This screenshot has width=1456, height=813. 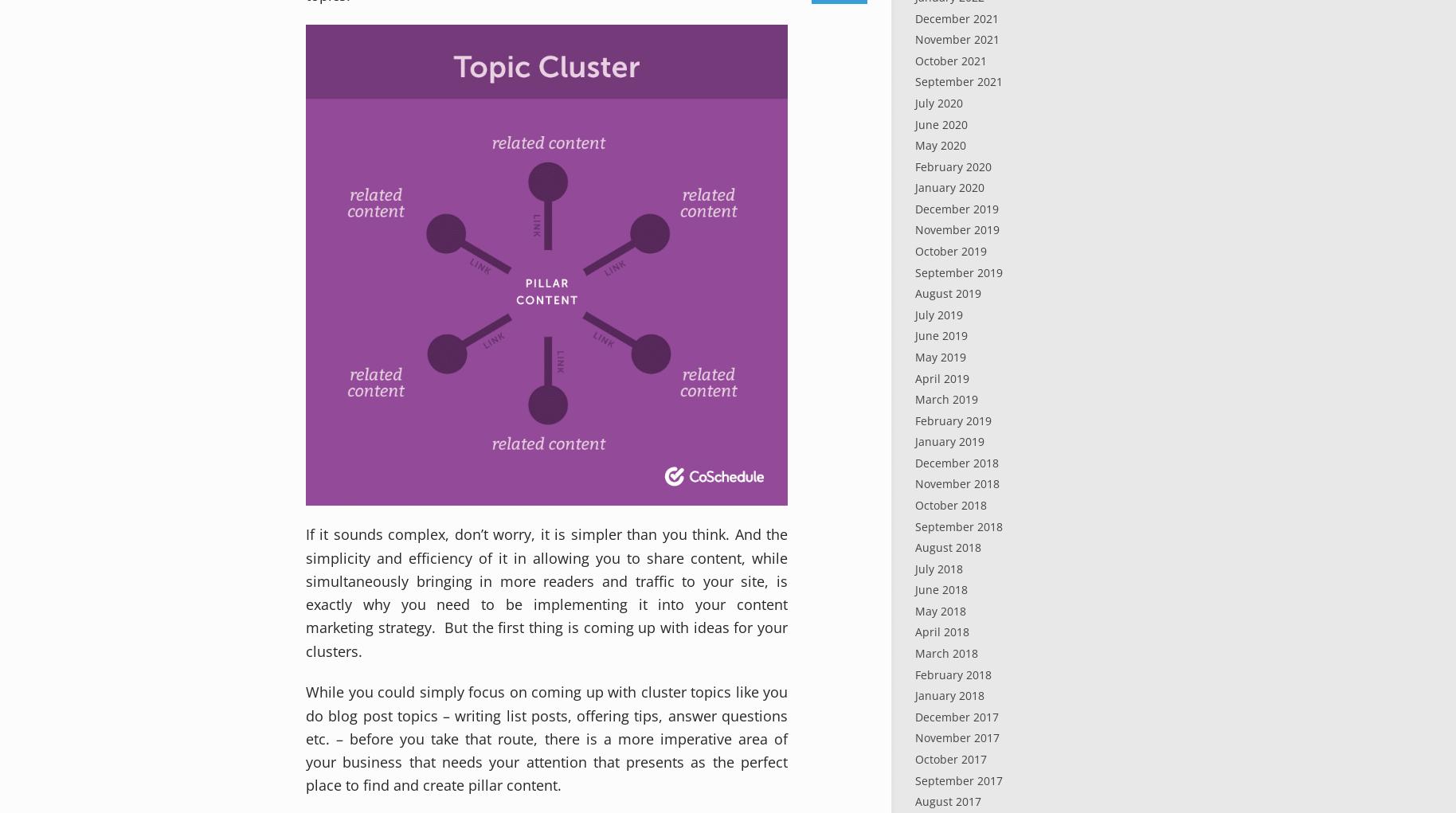 I want to click on 'October 2017', so click(x=950, y=757).